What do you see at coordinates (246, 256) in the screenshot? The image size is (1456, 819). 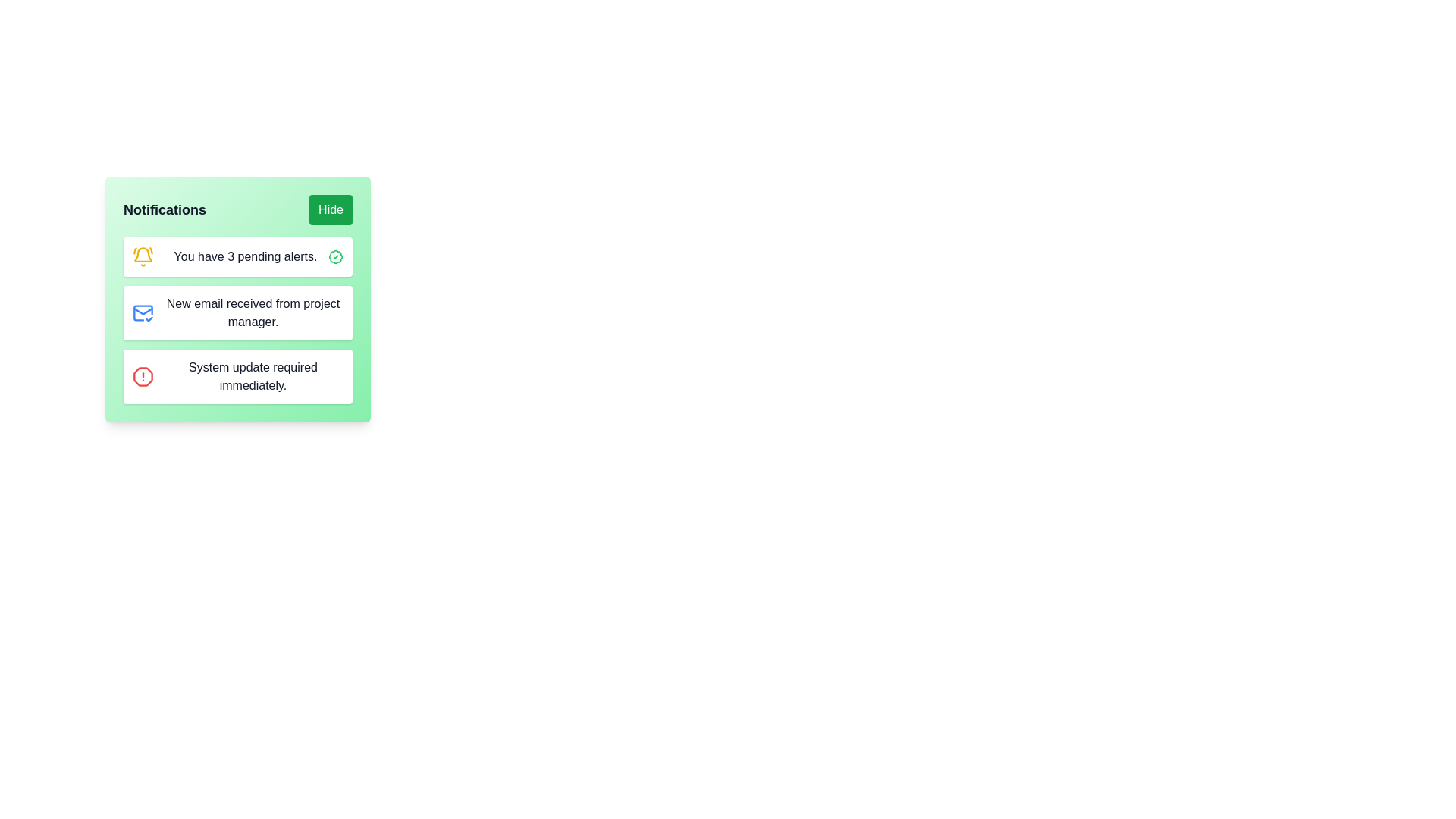 I see `the static text element that conveys notification messages about pending alerts, located at the top of the notification card interface` at bounding box center [246, 256].